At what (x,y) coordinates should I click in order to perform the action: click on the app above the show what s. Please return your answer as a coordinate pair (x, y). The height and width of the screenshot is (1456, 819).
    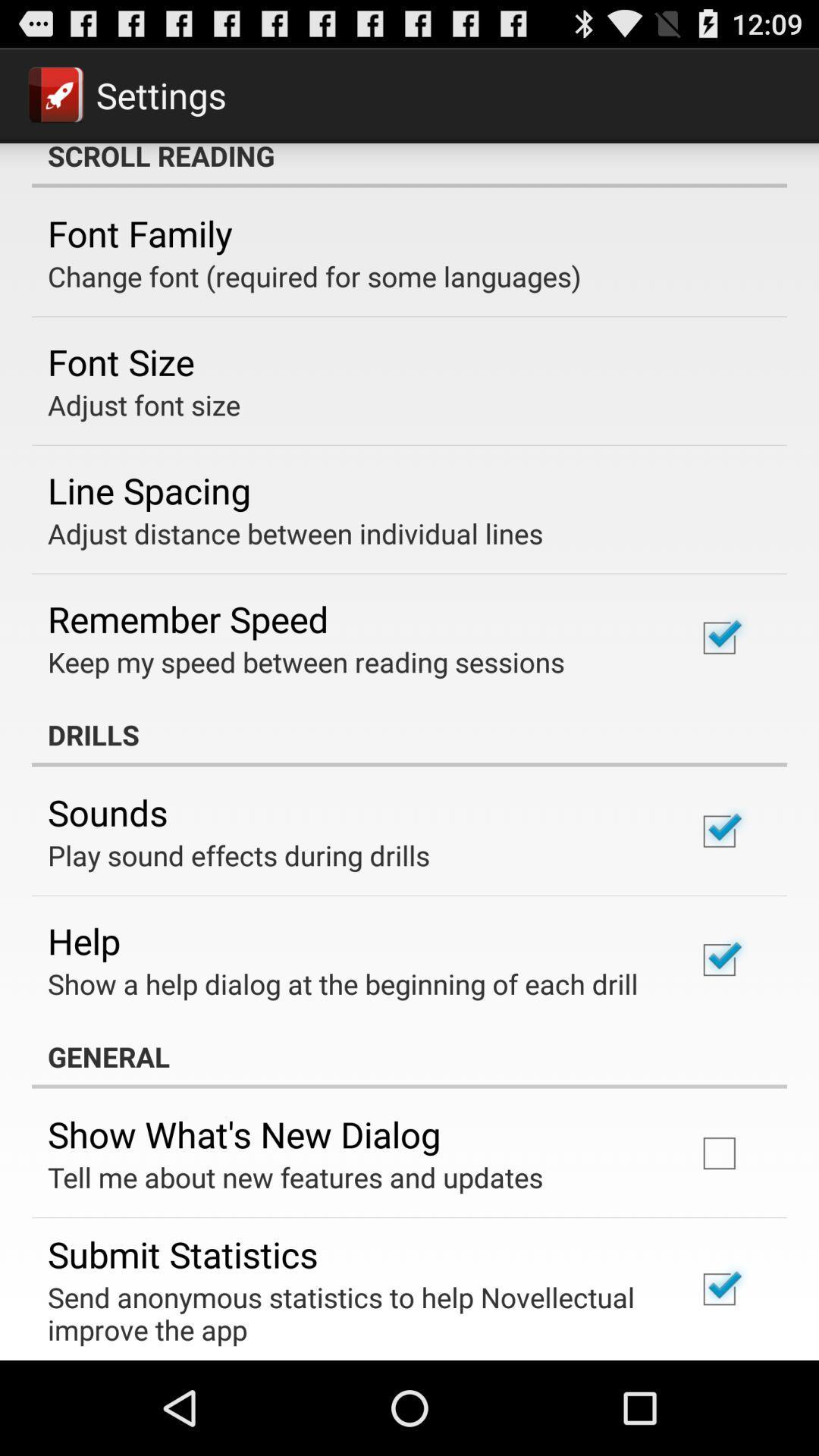
    Looking at the image, I should click on (409, 1056).